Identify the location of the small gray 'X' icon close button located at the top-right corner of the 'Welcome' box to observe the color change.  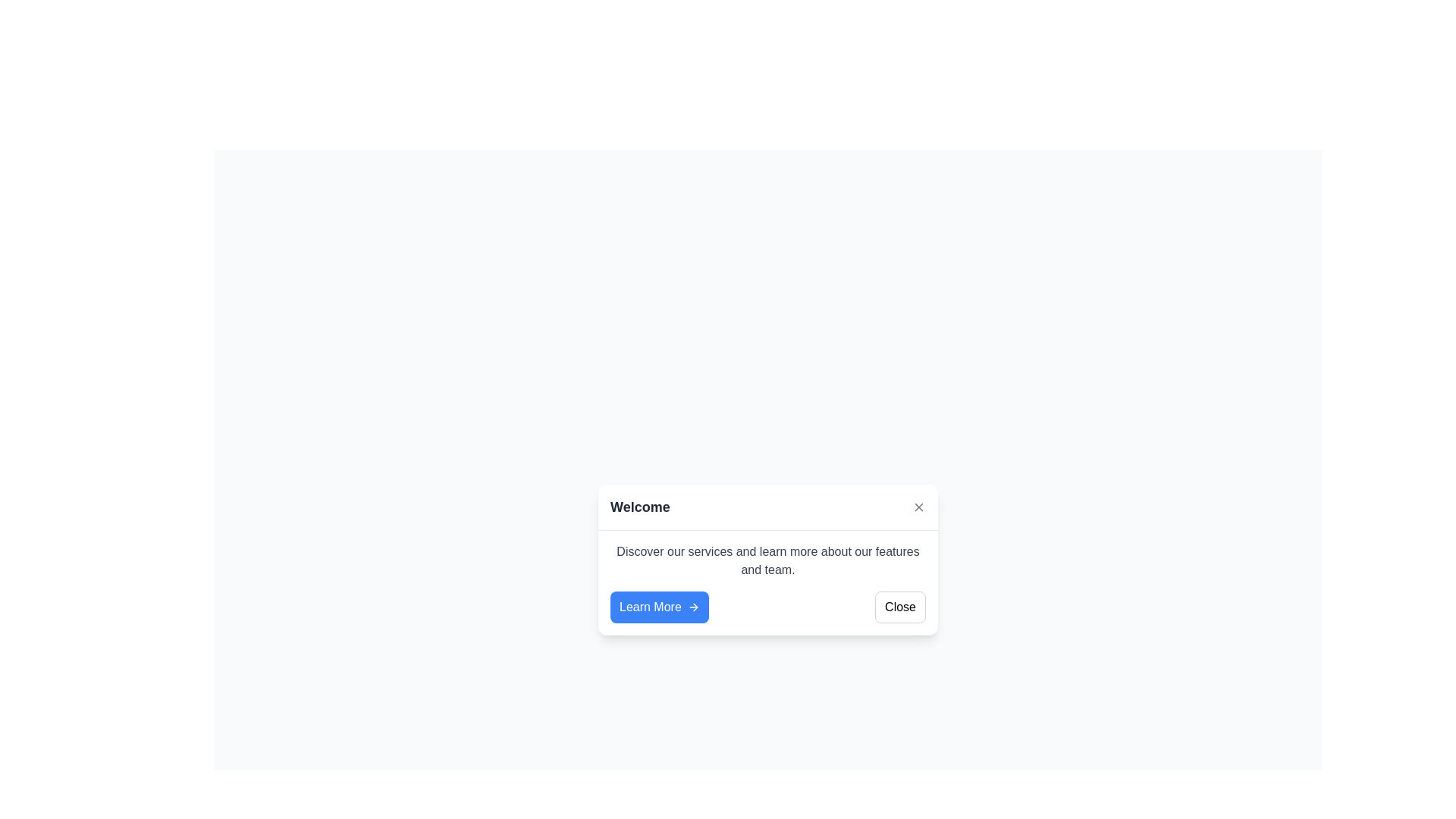
(918, 506).